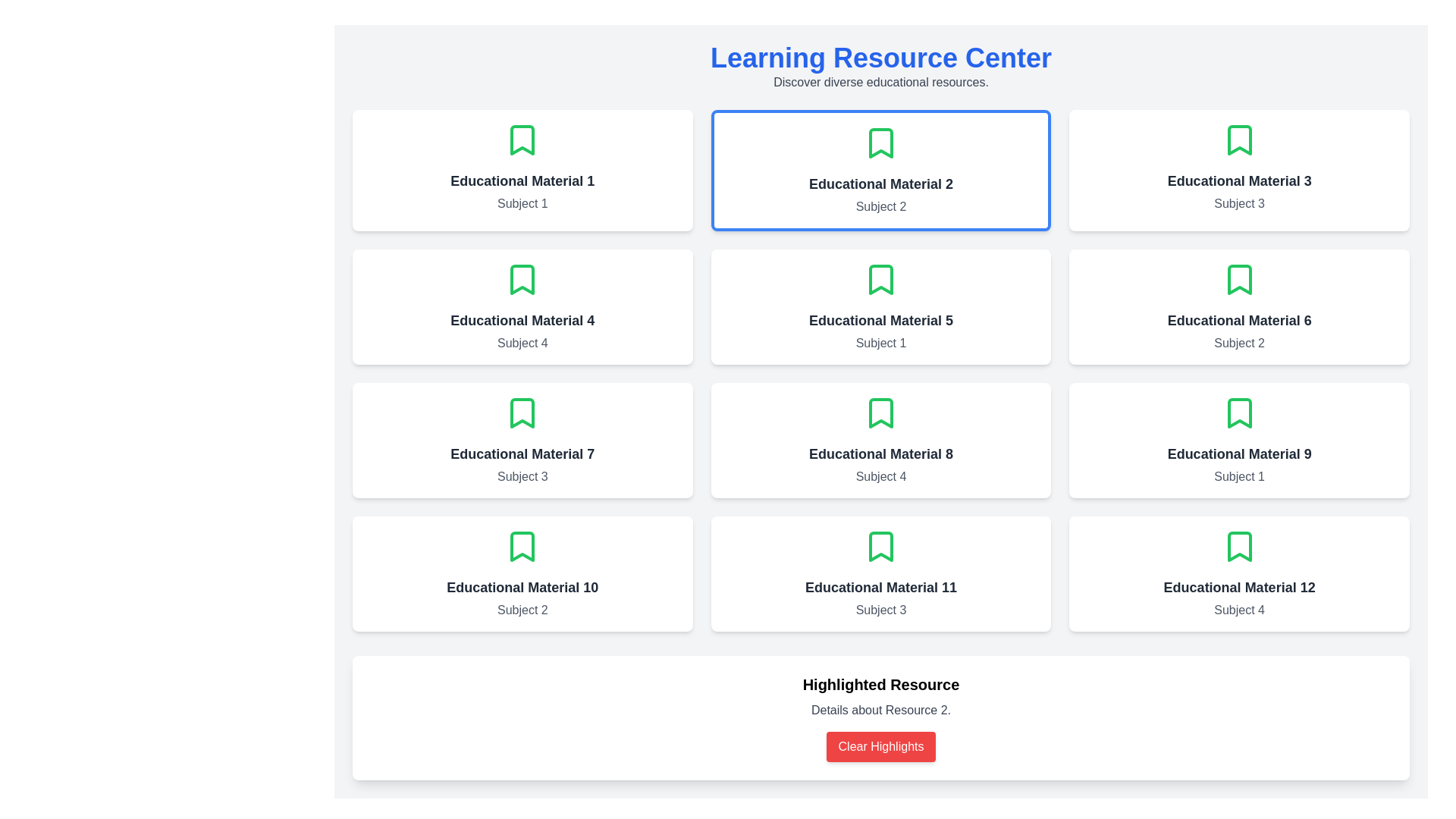 The width and height of the screenshot is (1456, 819). I want to click on the bookmark icon within the green outline, located in the 'Educational Material 5' card in the second row, third column of the grid layout, so click(880, 280).